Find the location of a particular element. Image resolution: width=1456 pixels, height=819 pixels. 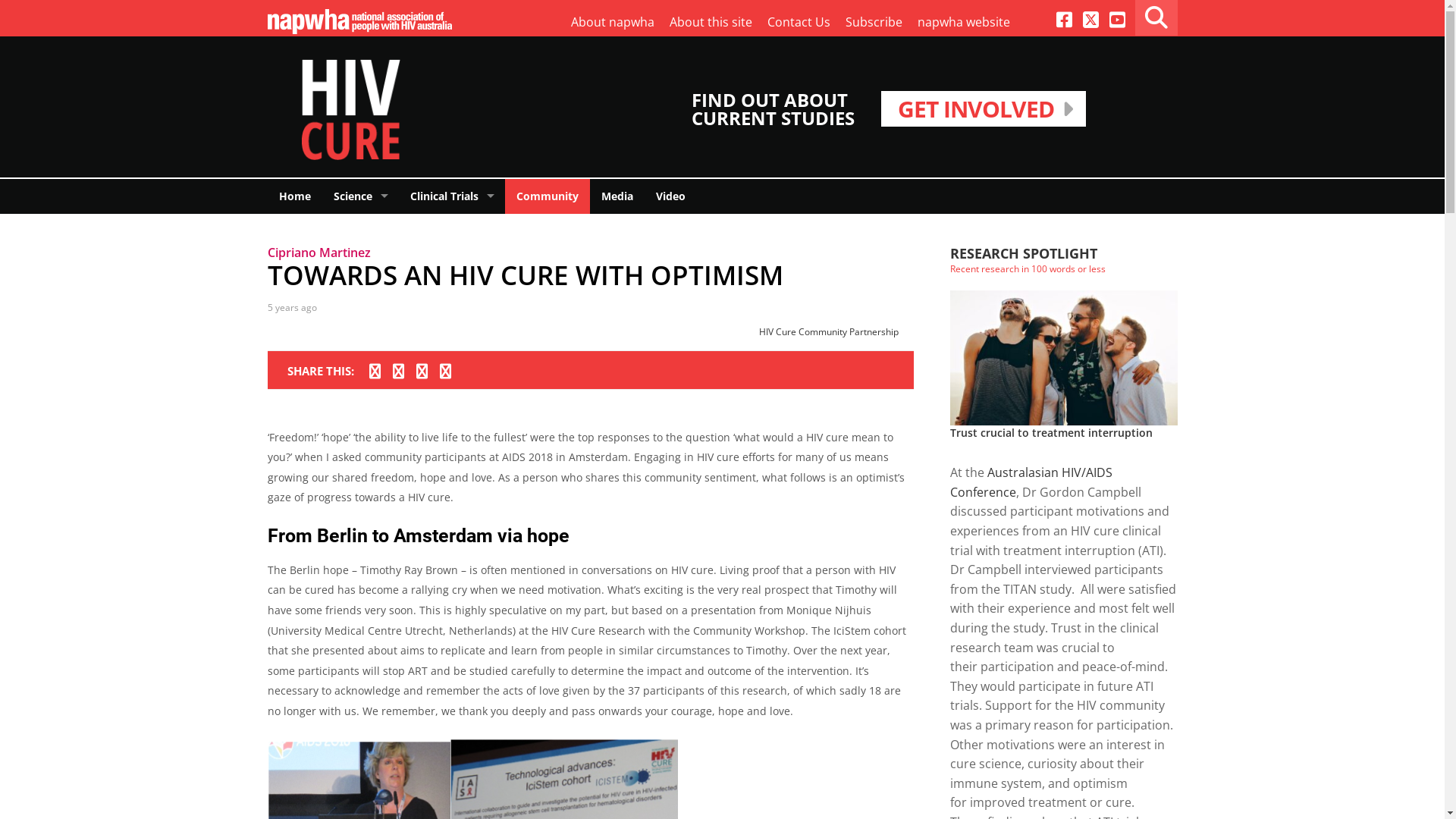

'Subscribe' is located at coordinates (873, 23).